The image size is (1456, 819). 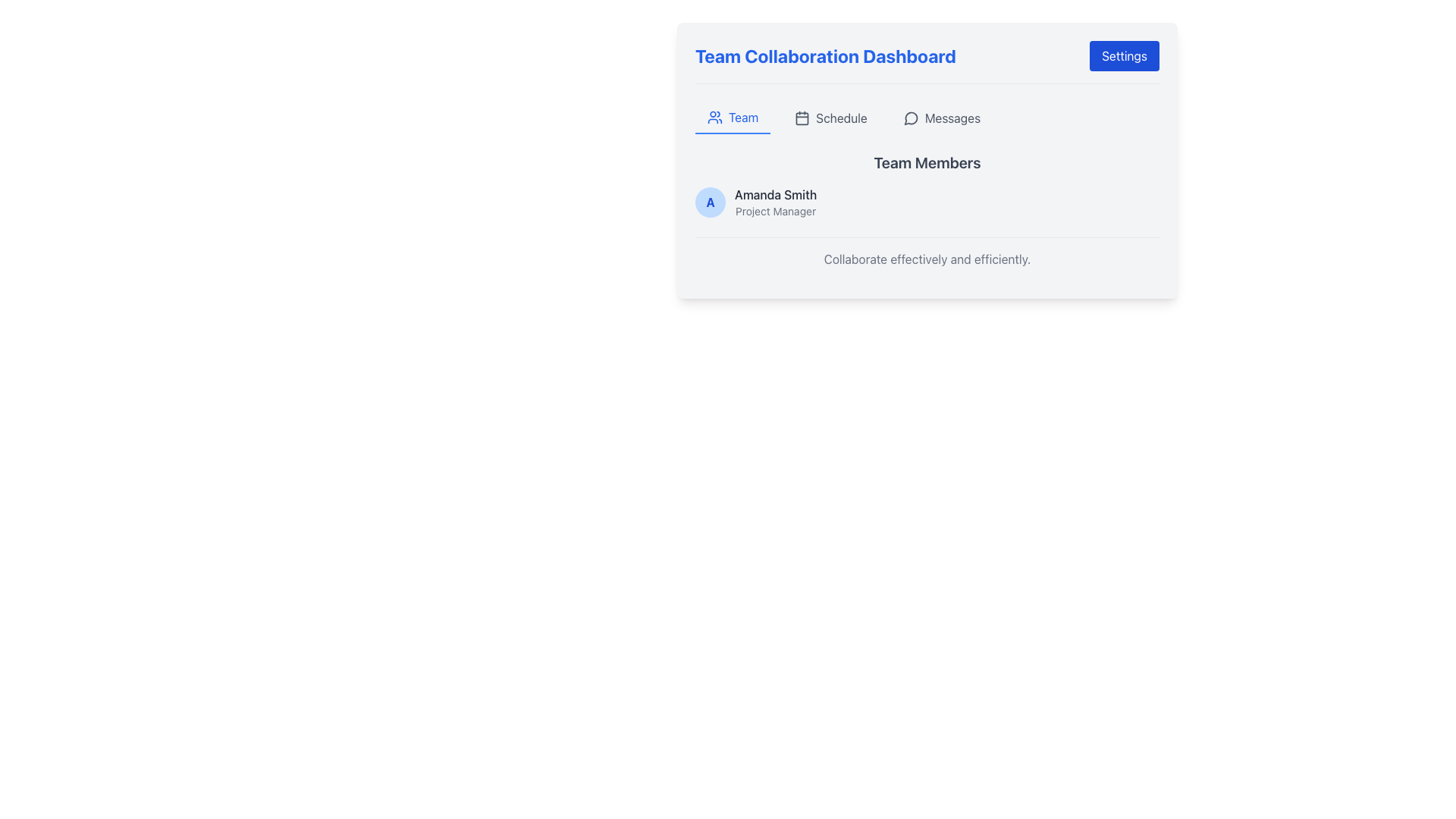 What do you see at coordinates (941, 117) in the screenshot?
I see `the 'Messages' button, which is the third clickable item in a horizontal row near the top center of the interface` at bounding box center [941, 117].